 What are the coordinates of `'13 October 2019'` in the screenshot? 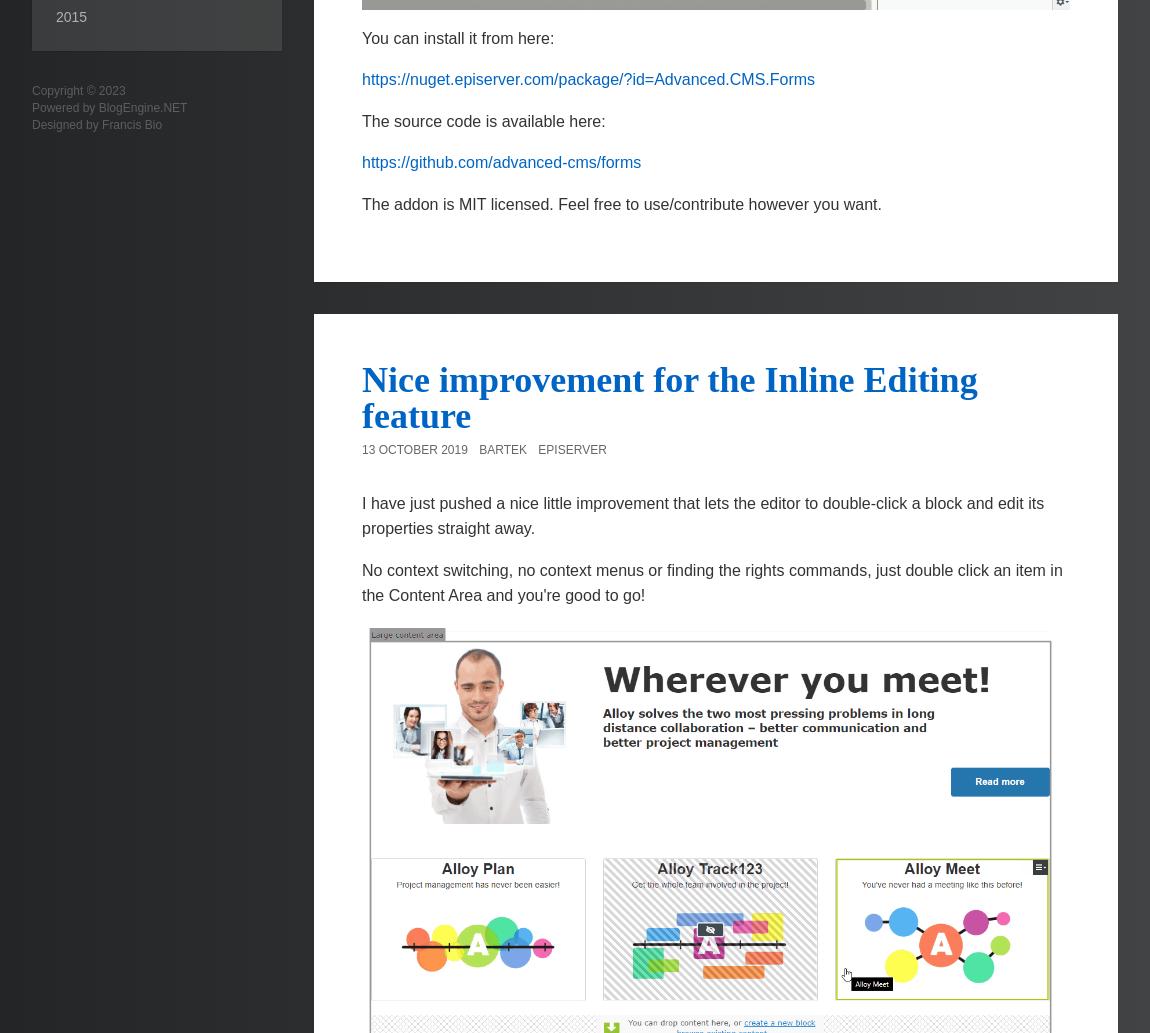 It's located at (414, 449).